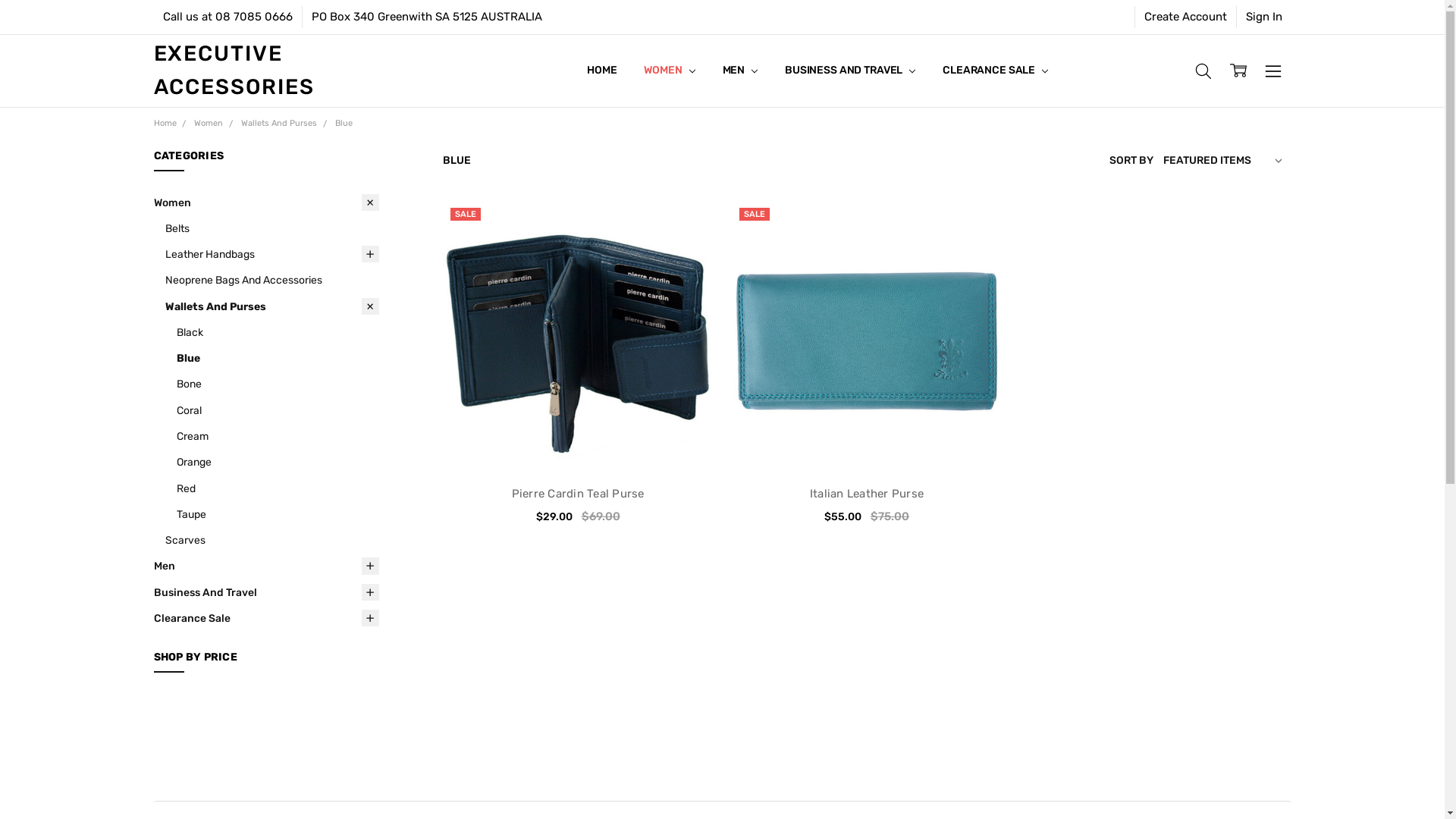  I want to click on 'WOMEN', so click(668, 70).